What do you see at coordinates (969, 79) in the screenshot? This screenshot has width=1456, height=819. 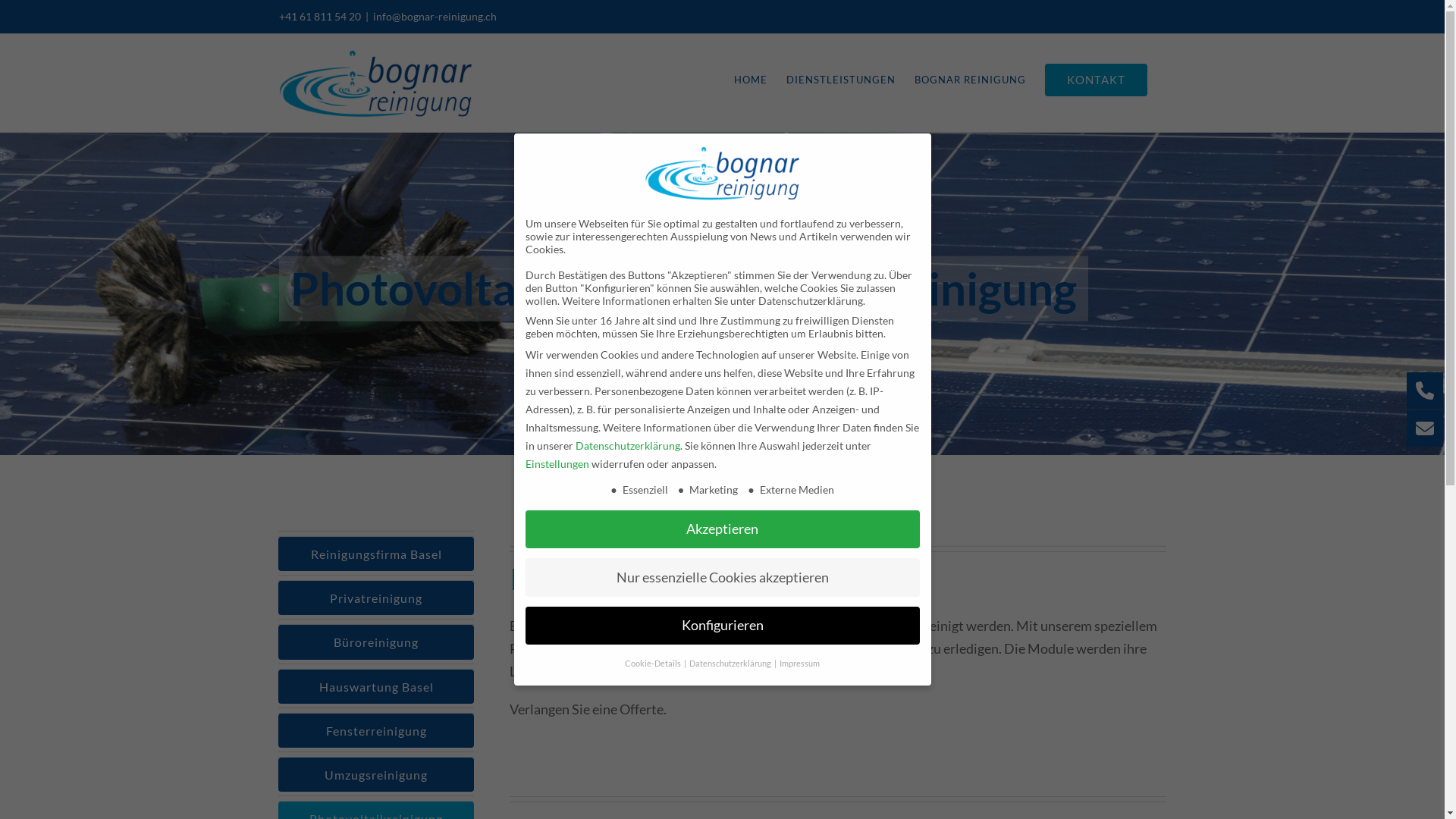 I see `'BOGNAR REINIGUNG'` at bounding box center [969, 79].